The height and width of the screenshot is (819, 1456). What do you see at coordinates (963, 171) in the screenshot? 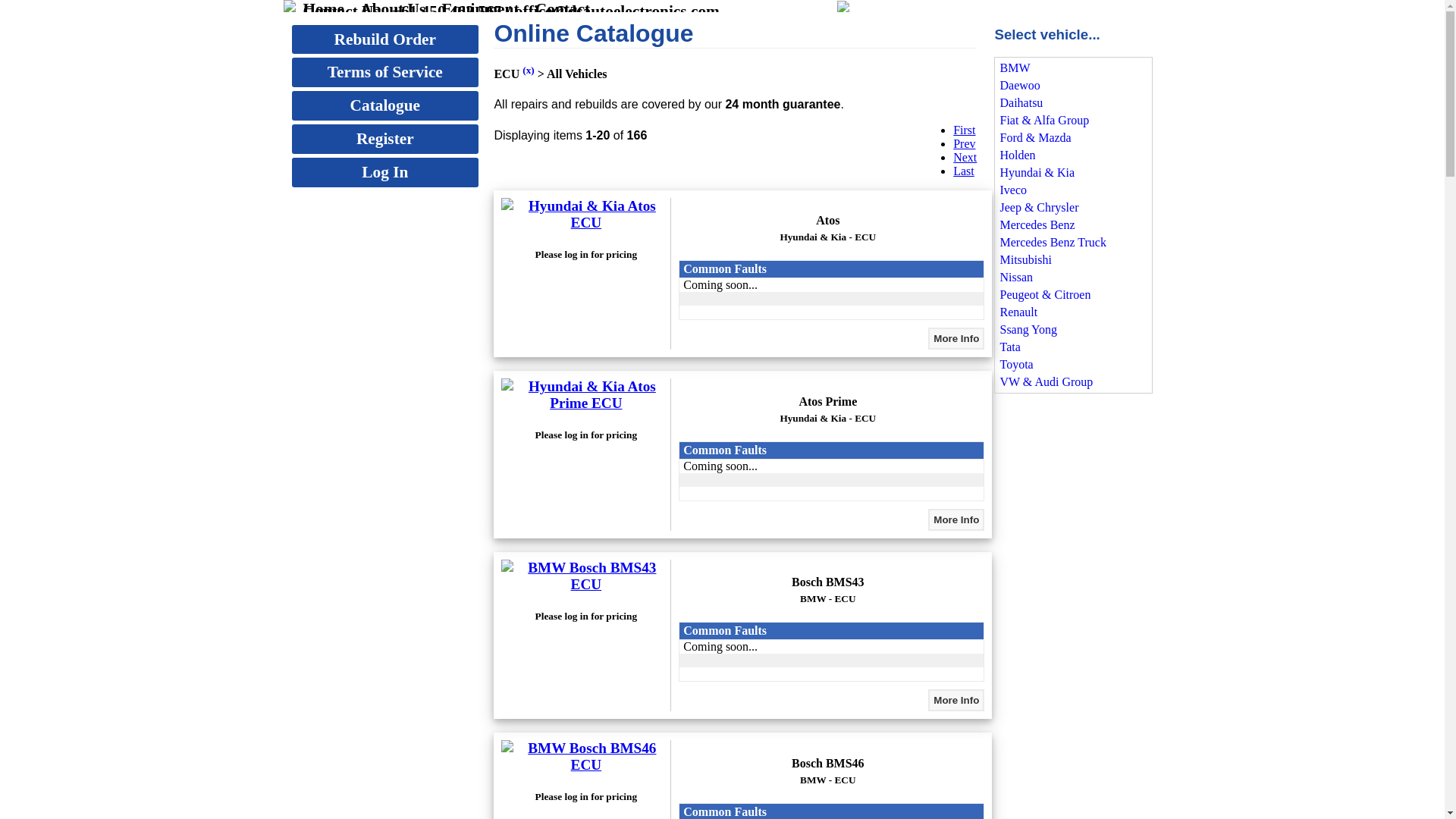
I see `'Last'` at bounding box center [963, 171].